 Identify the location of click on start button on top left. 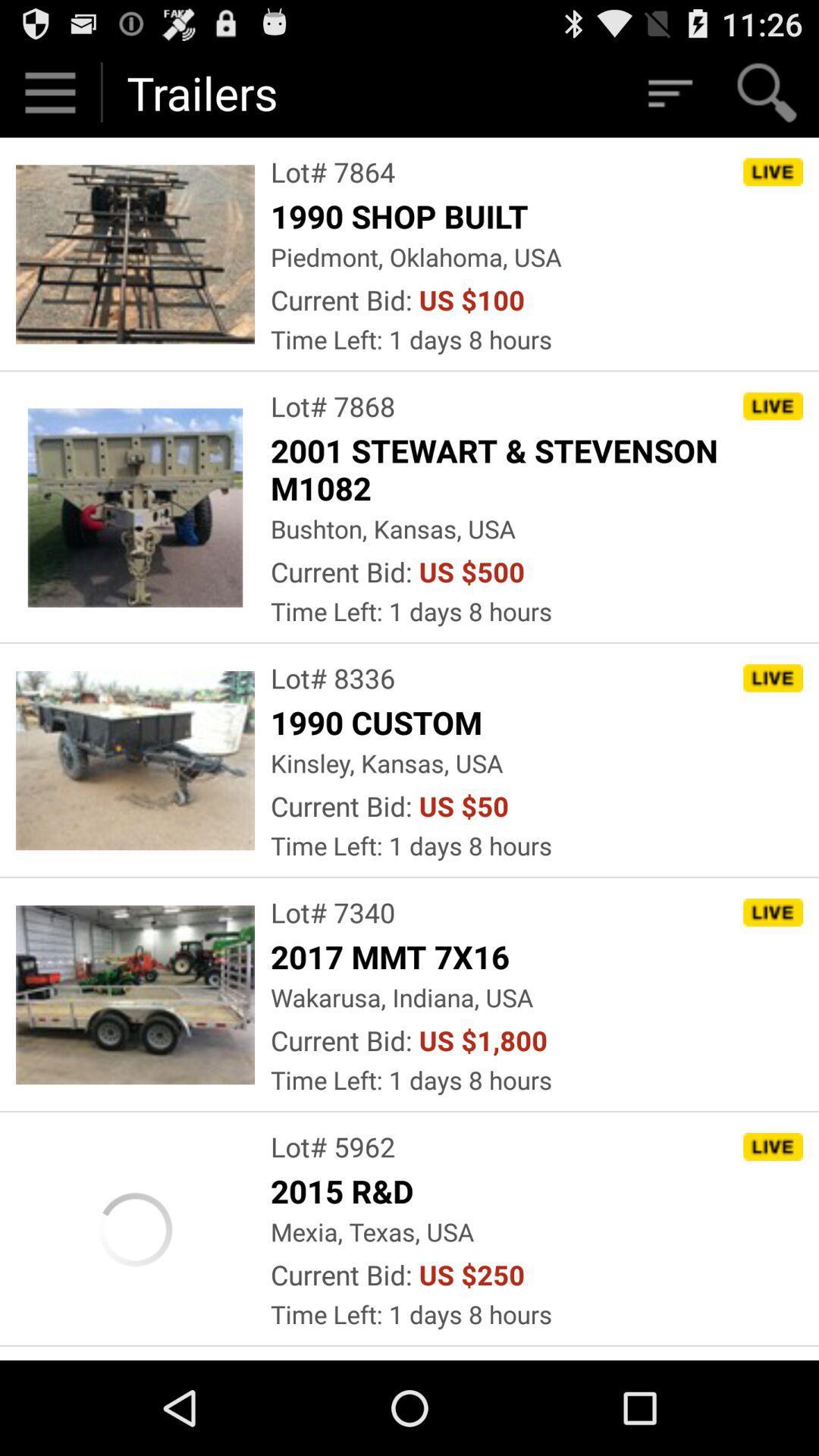
(49, 92).